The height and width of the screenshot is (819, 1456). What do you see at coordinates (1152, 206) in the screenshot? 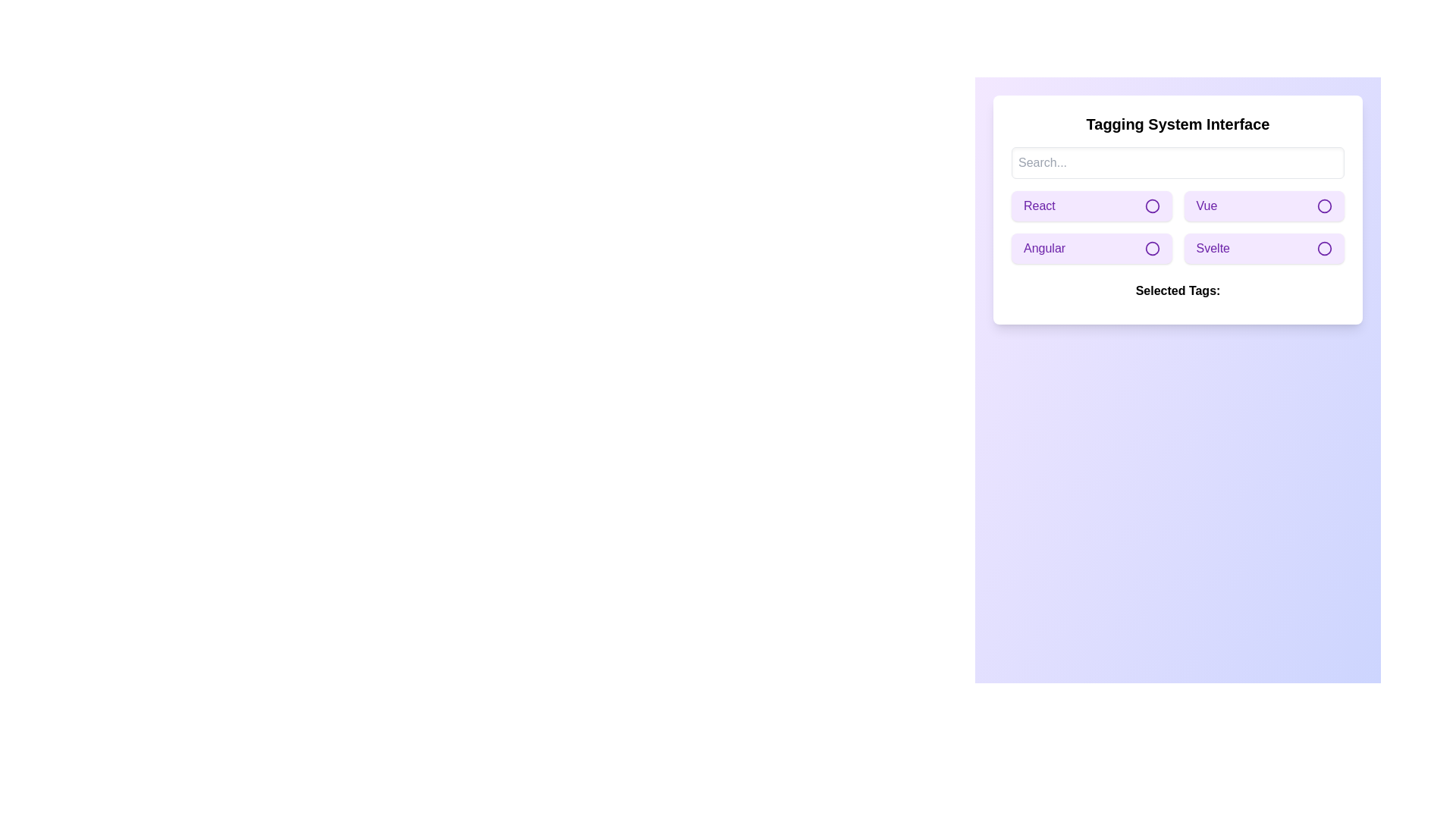
I see `the filled circle radio button indicator` at bounding box center [1152, 206].